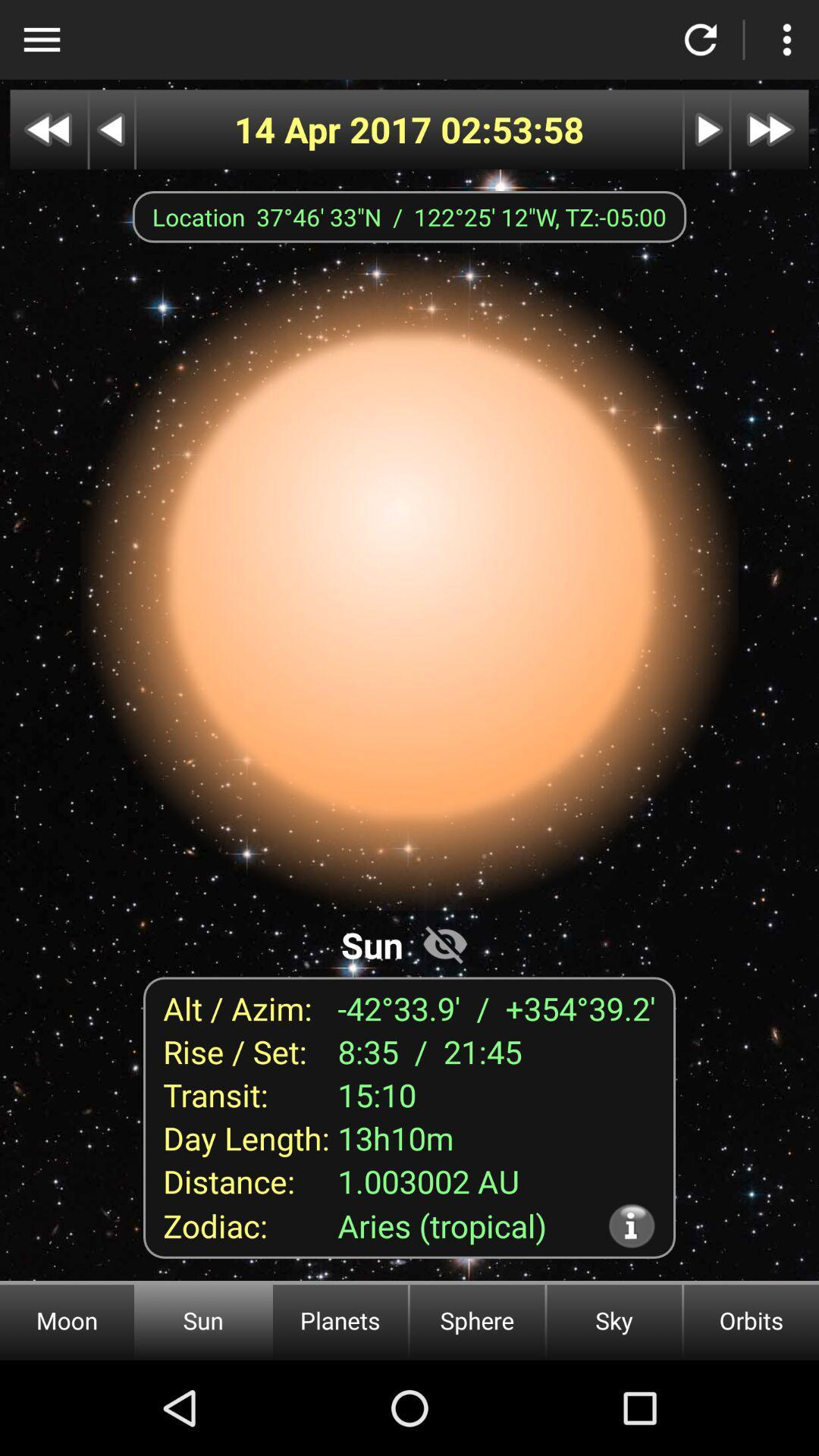  Describe the element at coordinates (41, 39) in the screenshot. I see `search options` at that location.